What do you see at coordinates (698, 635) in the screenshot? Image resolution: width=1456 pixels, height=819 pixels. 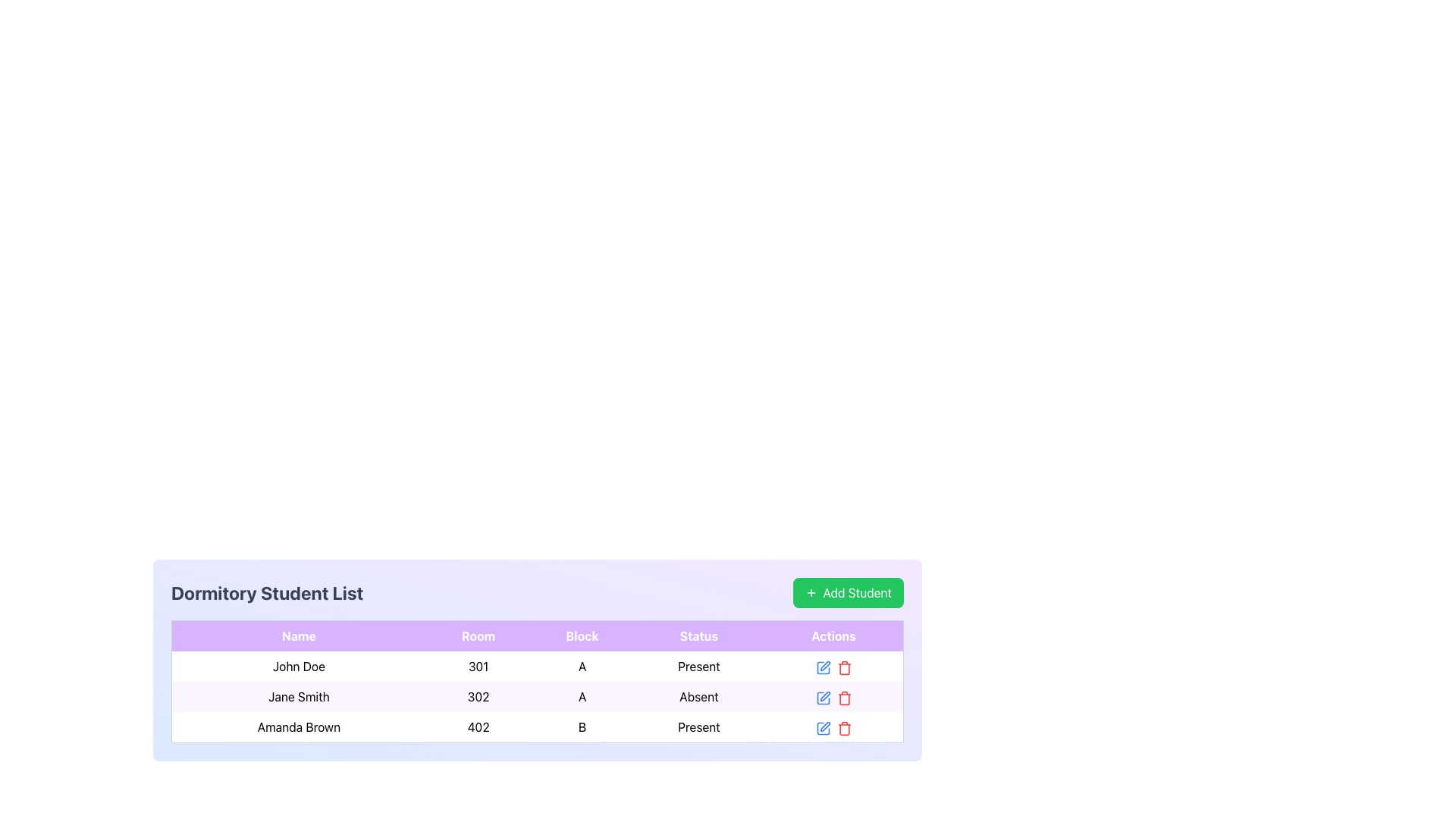 I see `the header label for the 'Status' column in the table, which is located in the fourth column, between 'Block' and 'Actions'` at bounding box center [698, 635].